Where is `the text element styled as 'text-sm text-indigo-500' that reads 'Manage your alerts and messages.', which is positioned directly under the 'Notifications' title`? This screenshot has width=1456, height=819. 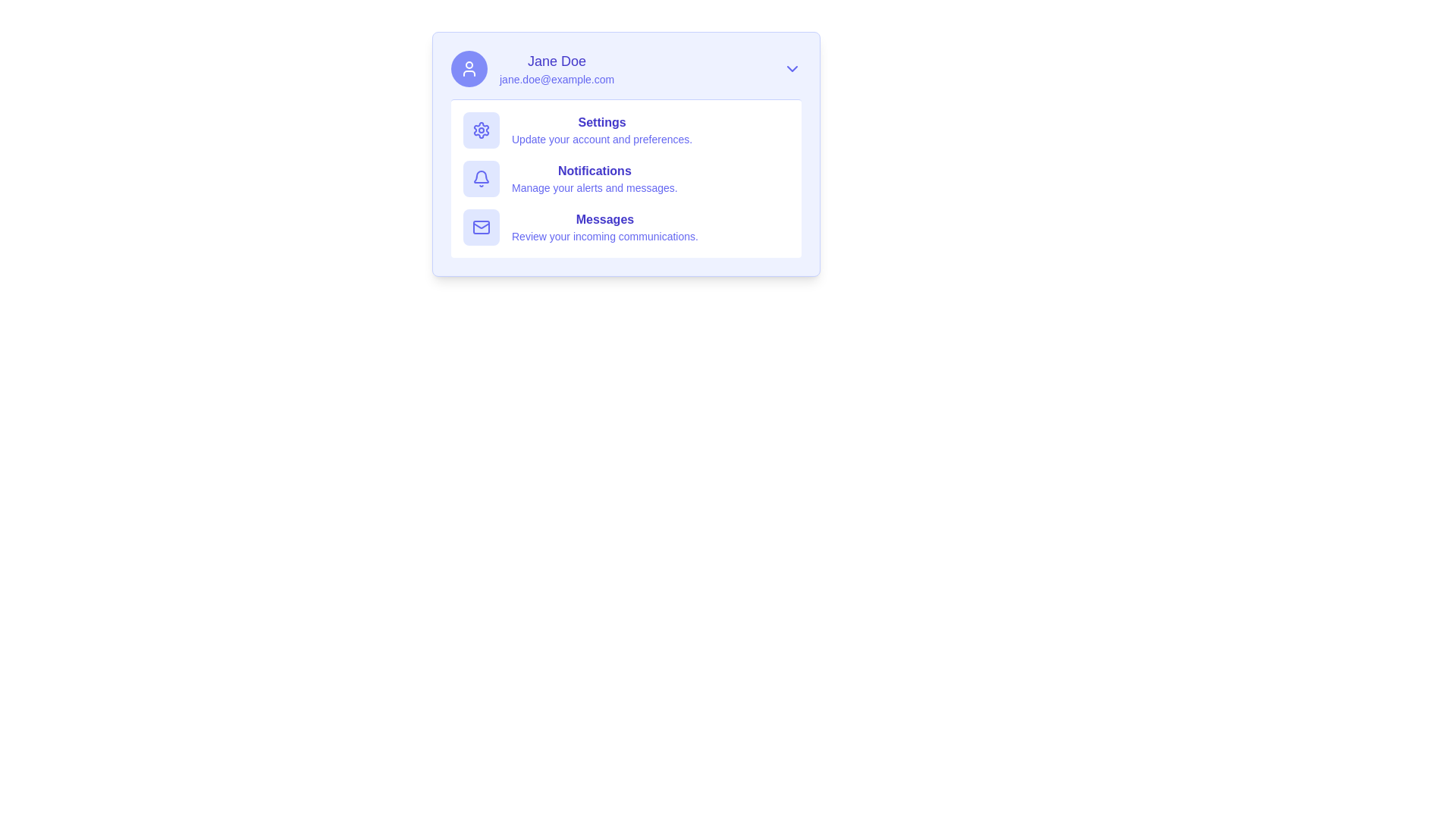 the text element styled as 'text-sm text-indigo-500' that reads 'Manage your alerts and messages.', which is positioned directly under the 'Notifications' title is located at coordinates (594, 187).